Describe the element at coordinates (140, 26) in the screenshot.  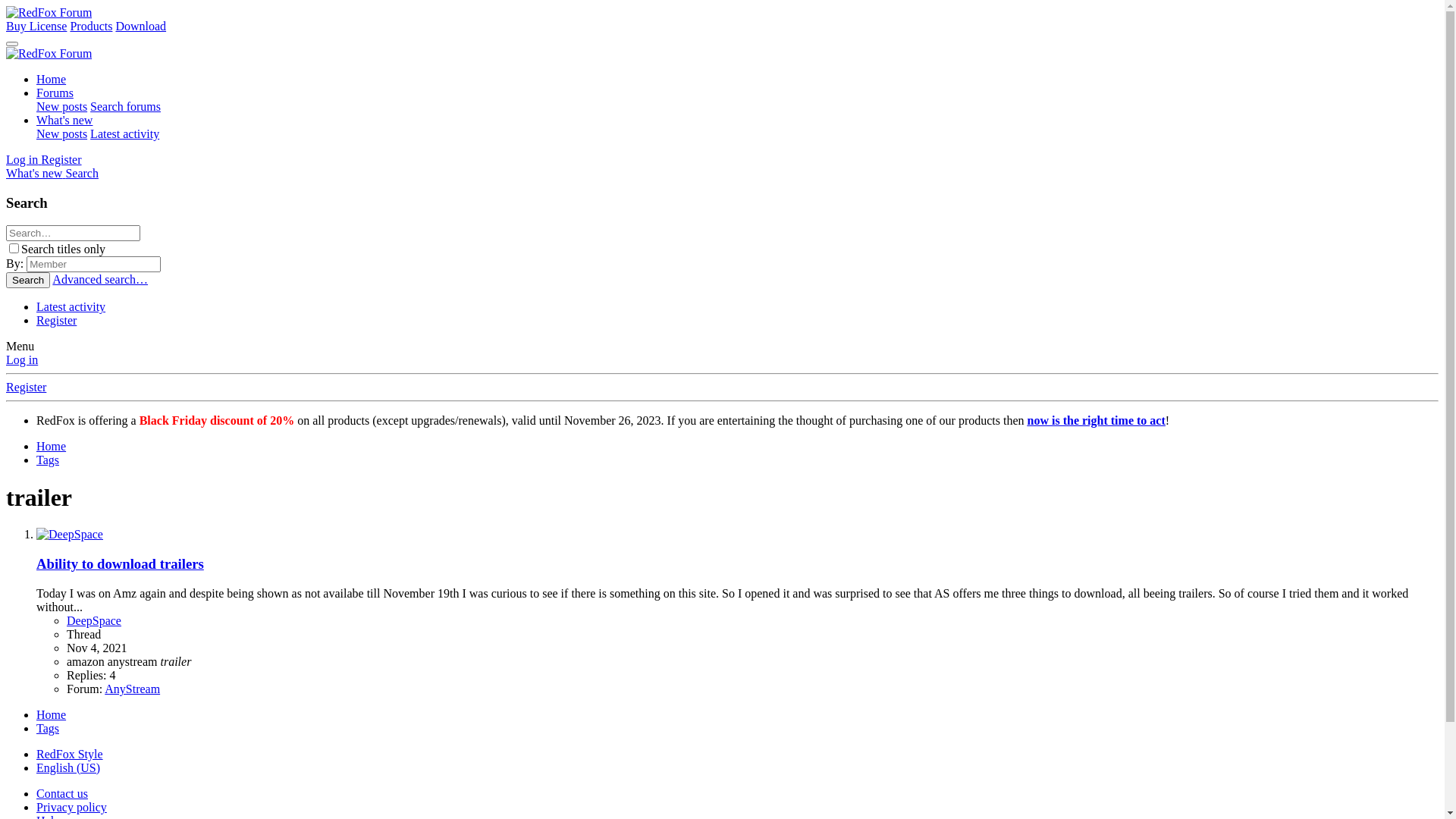
I see `'Download'` at that location.